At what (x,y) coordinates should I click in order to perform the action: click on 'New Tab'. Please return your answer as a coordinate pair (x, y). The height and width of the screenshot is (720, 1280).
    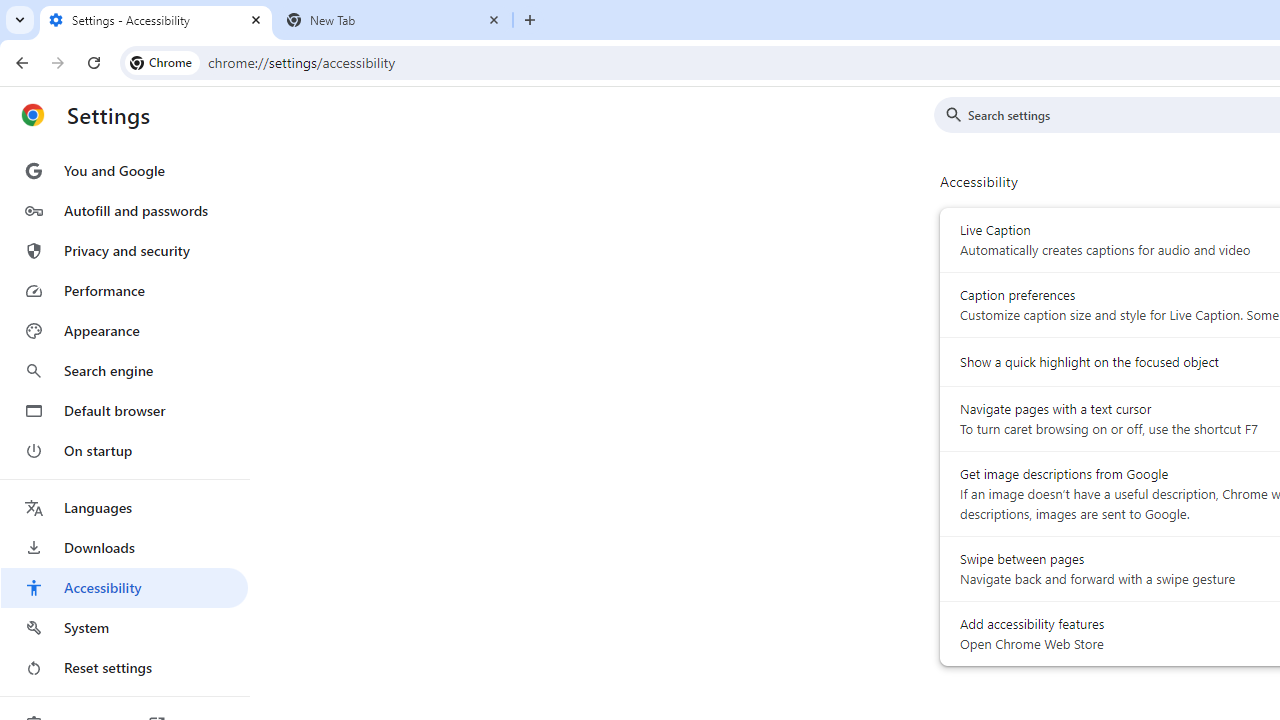
    Looking at the image, I should click on (394, 20).